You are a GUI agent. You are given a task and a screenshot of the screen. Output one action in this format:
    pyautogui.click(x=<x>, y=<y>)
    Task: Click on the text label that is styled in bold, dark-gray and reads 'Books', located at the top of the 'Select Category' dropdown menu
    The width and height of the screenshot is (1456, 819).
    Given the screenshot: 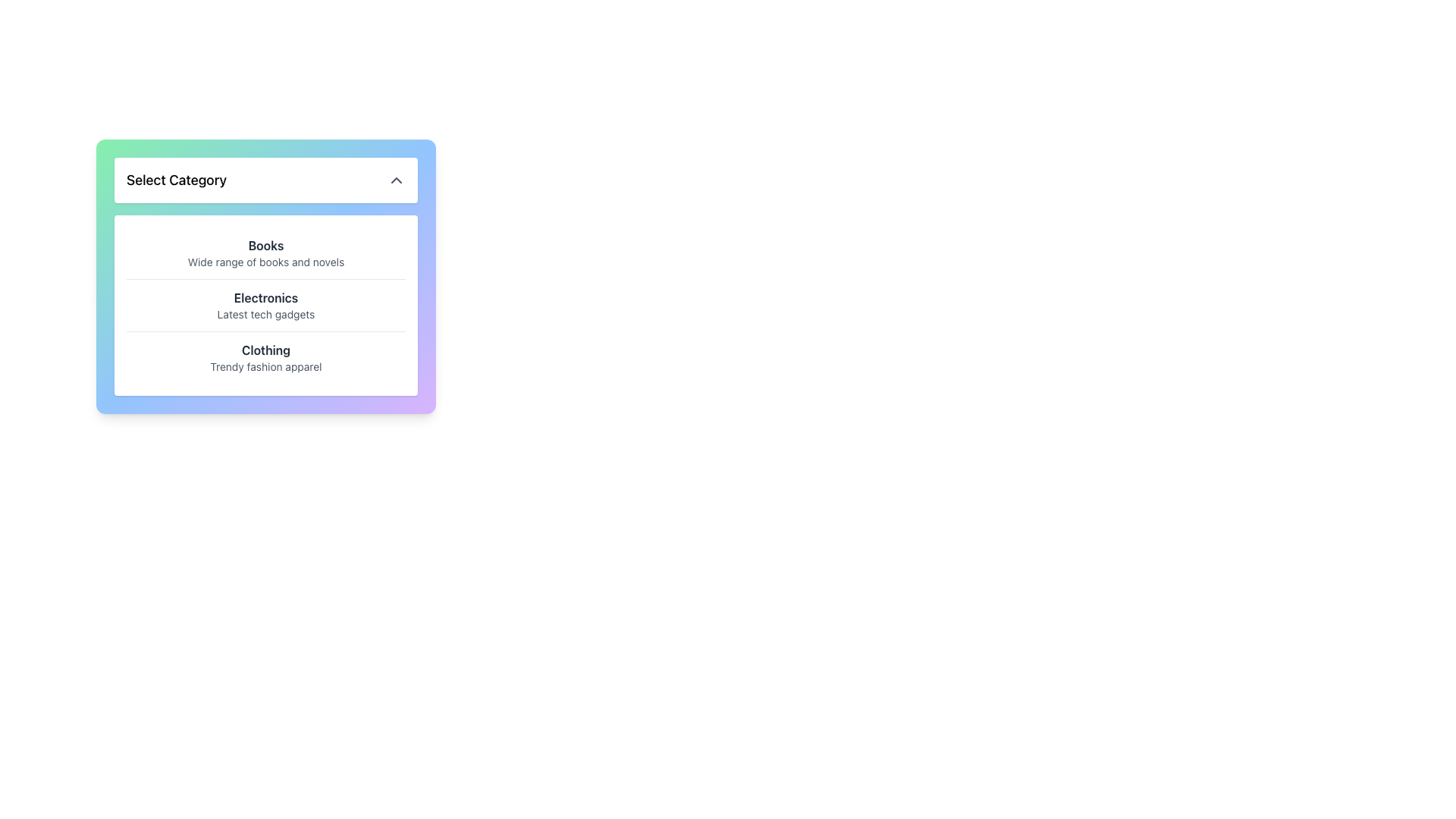 What is the action you would take?
    pyautogui.click(x=265, y=245)
    